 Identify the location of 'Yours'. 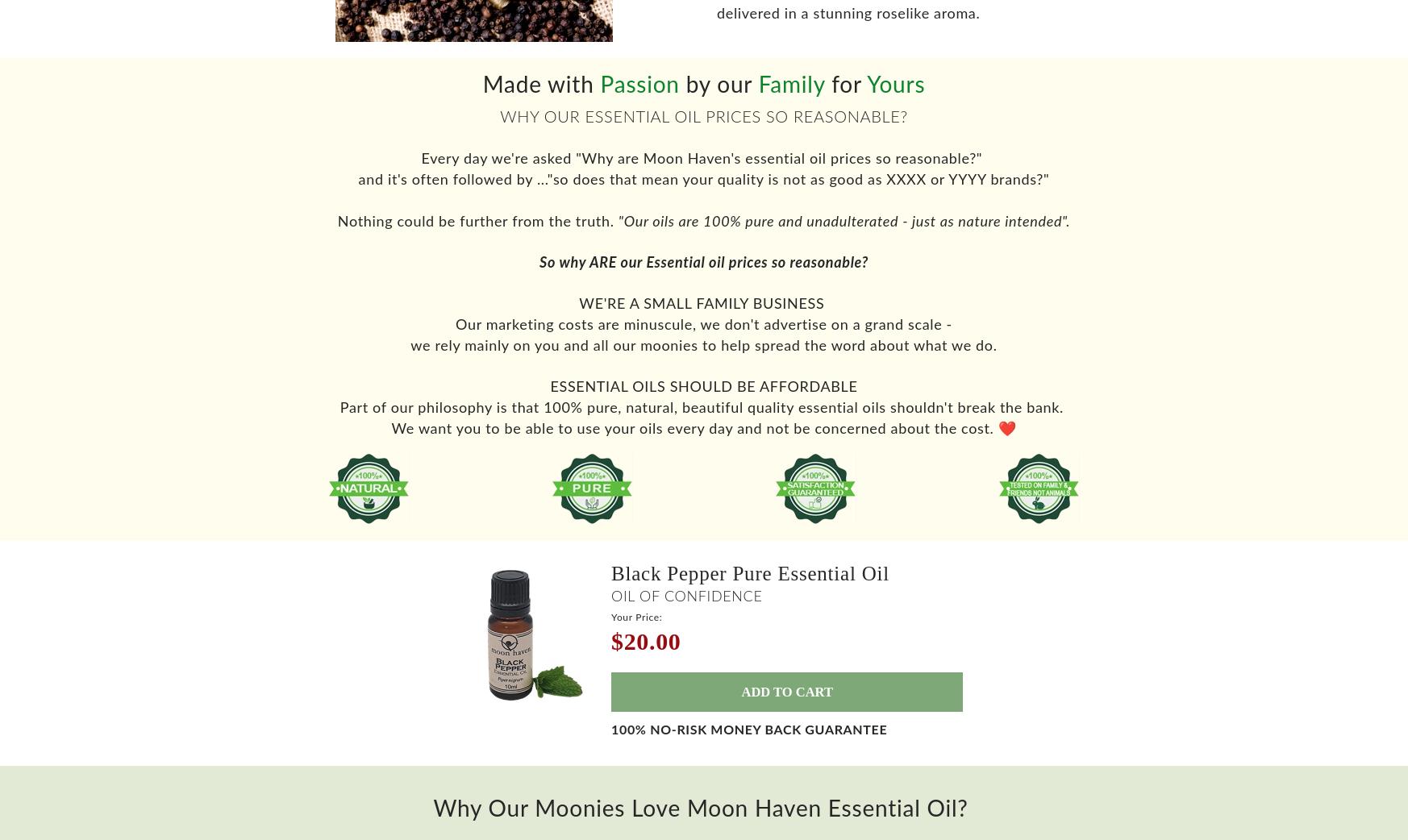
(894, 94).